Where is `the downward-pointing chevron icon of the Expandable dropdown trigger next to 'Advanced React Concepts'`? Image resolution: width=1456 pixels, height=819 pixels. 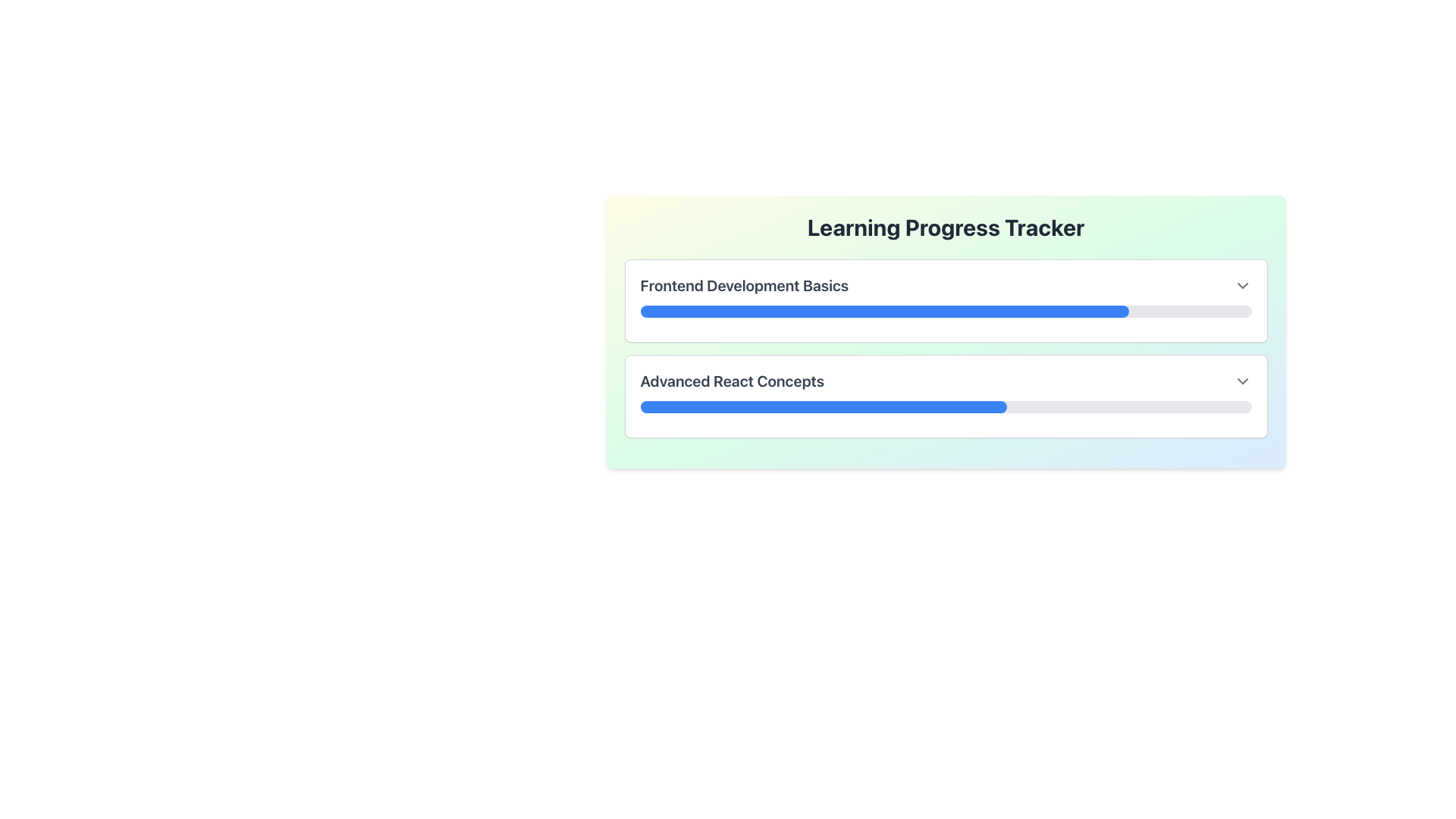
the downward-pointing chevron icon of the Expandable dropdown trigger next to 'Advanced React Concepts' is located at coordinates (1242, 380).